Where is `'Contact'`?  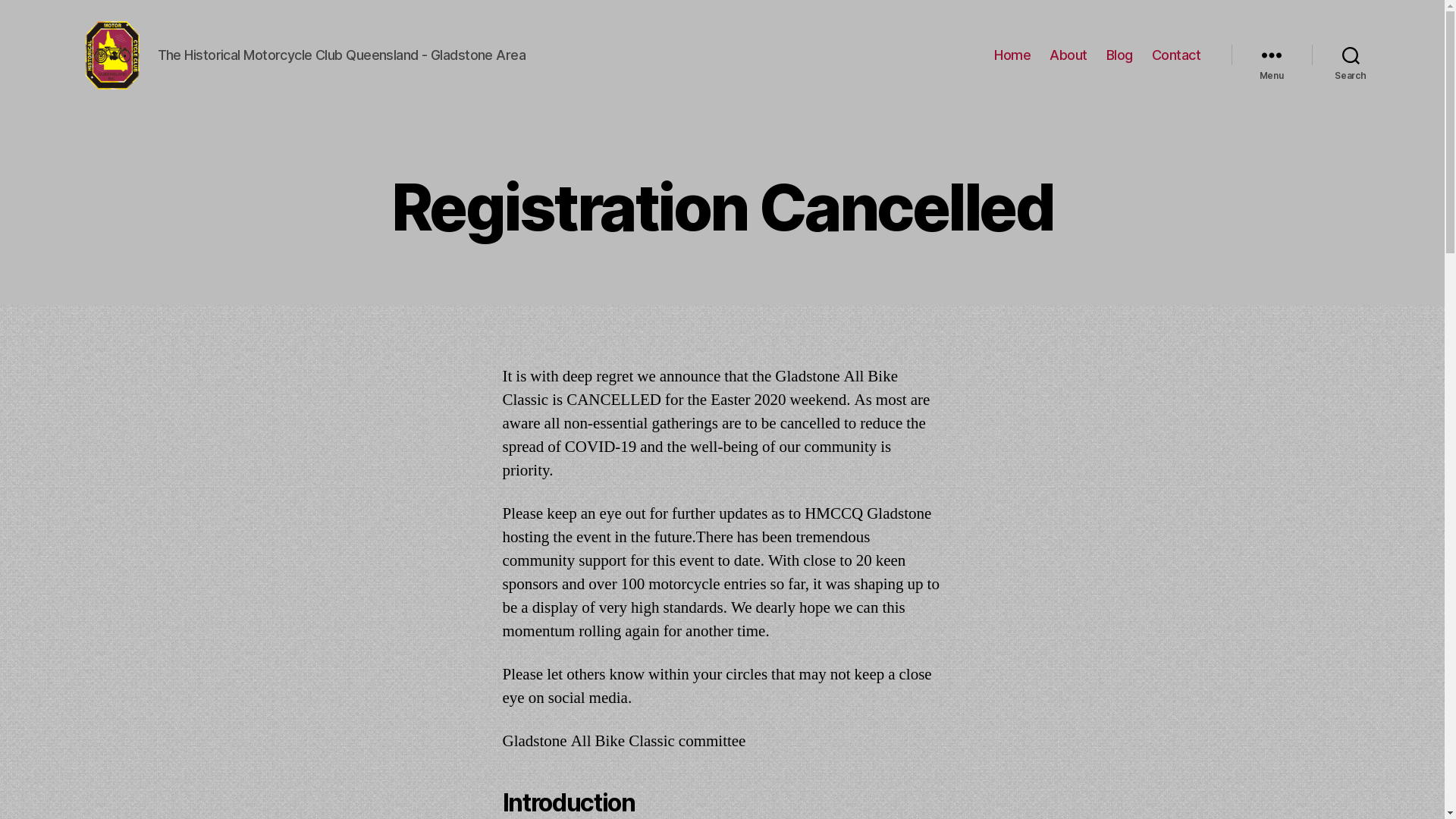
'Contact' is located at coordinates (1175, 55).